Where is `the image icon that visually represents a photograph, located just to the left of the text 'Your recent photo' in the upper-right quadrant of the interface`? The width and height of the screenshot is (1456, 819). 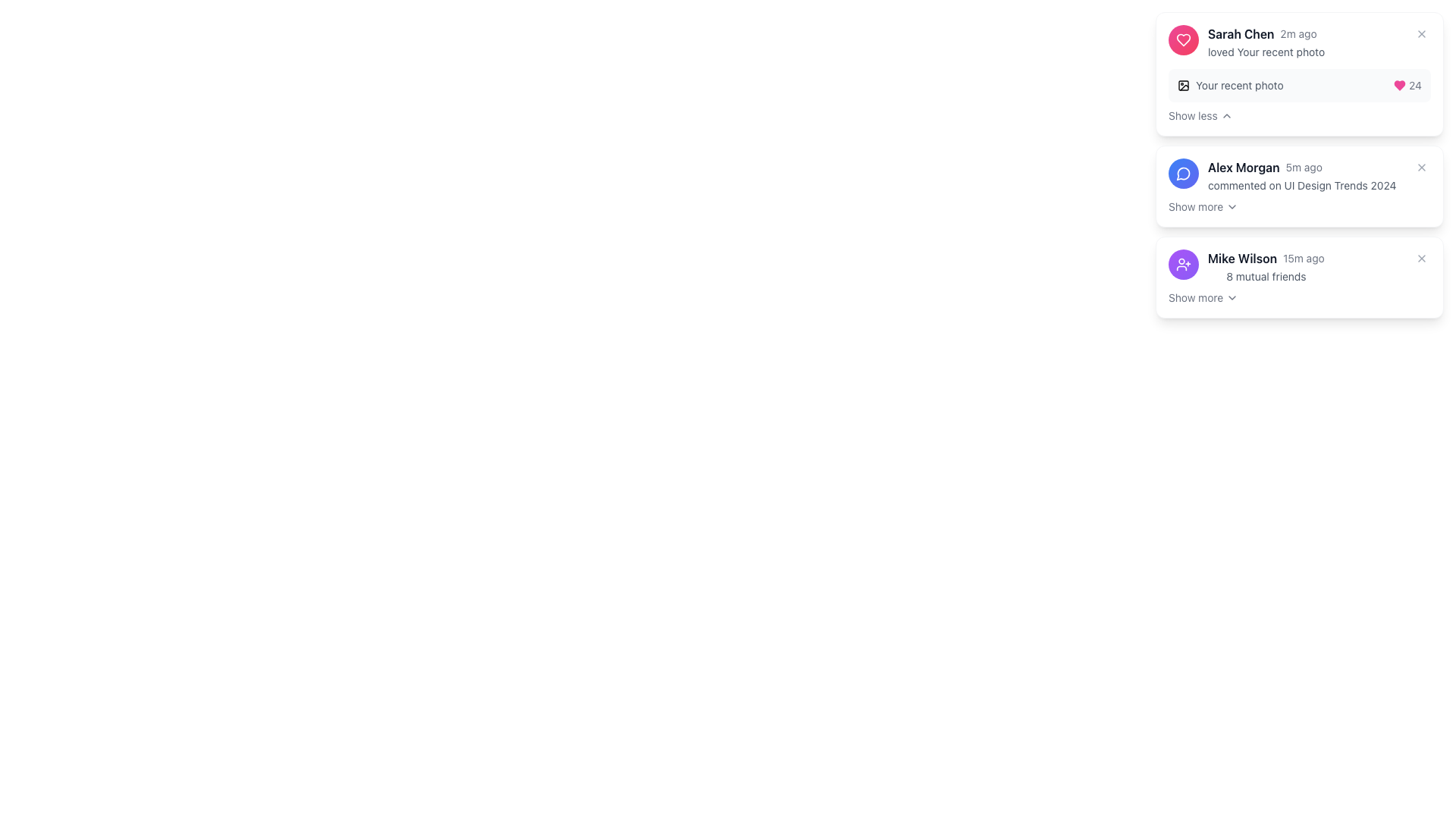 the image icon that visually represents a photograph, located just to the left of the text 'Your recent photo' in the upper-right quadrant of the interface is located at coordinates (1182, 85).